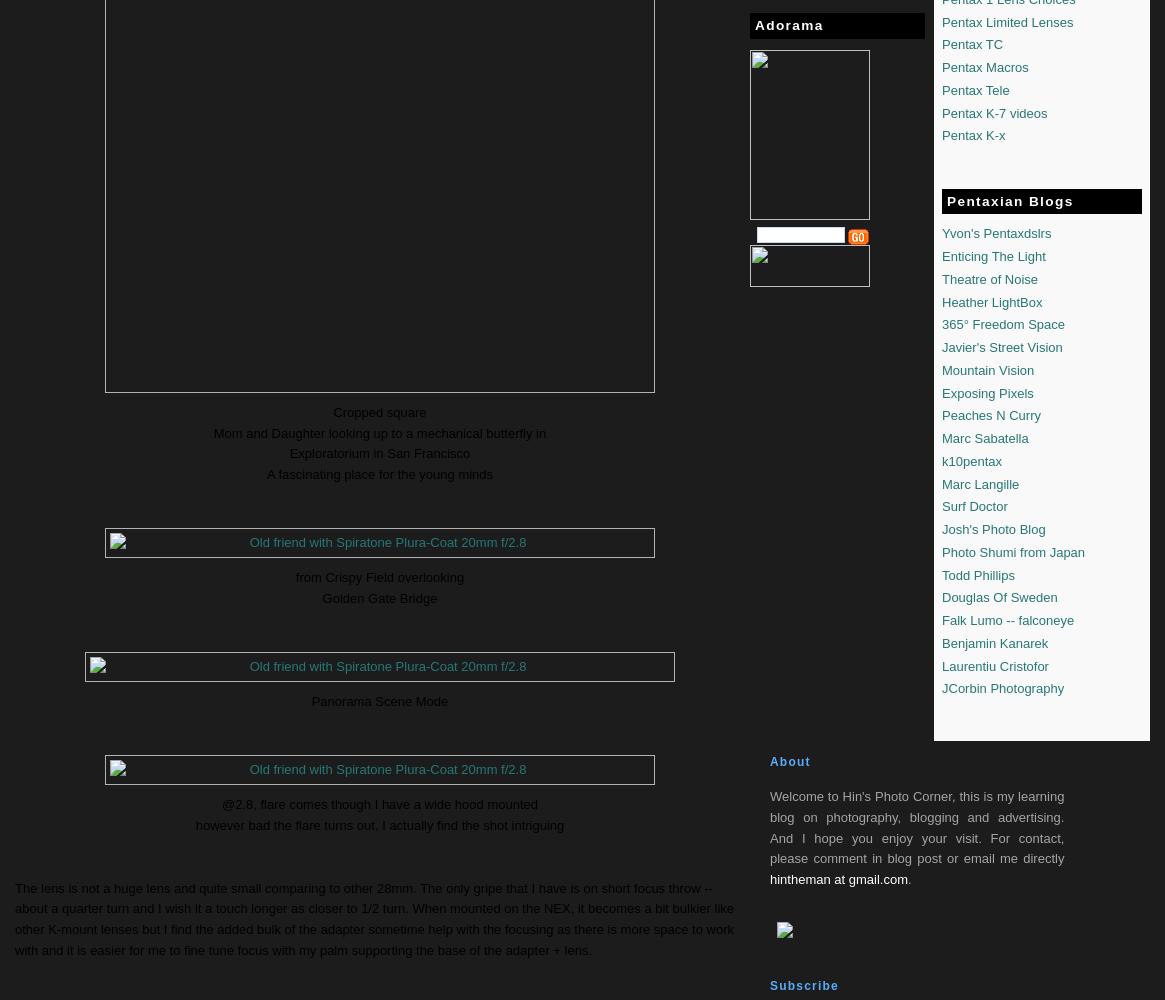 The width and height of the screenshot is (1165, 1000). Describe the element at coordinates (802, 984) in the screenshot. I see `'Subscribe'` at that location.